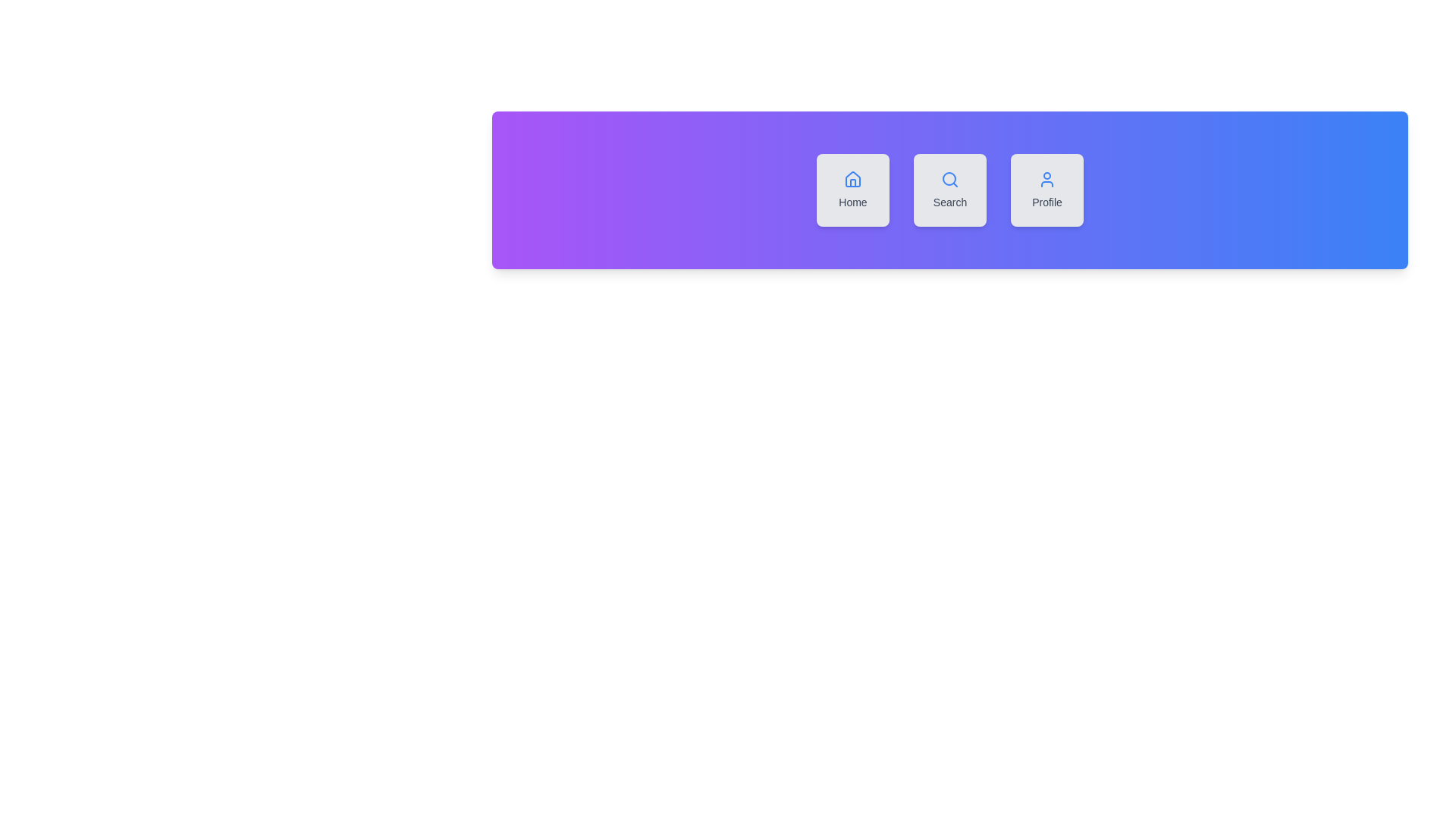 The width and height of the screenshot is (1456, 819). I want to click on the 'Home' text label element, which is a small gray label located below the blue home icon in the navigation bar, so click(852, 201).